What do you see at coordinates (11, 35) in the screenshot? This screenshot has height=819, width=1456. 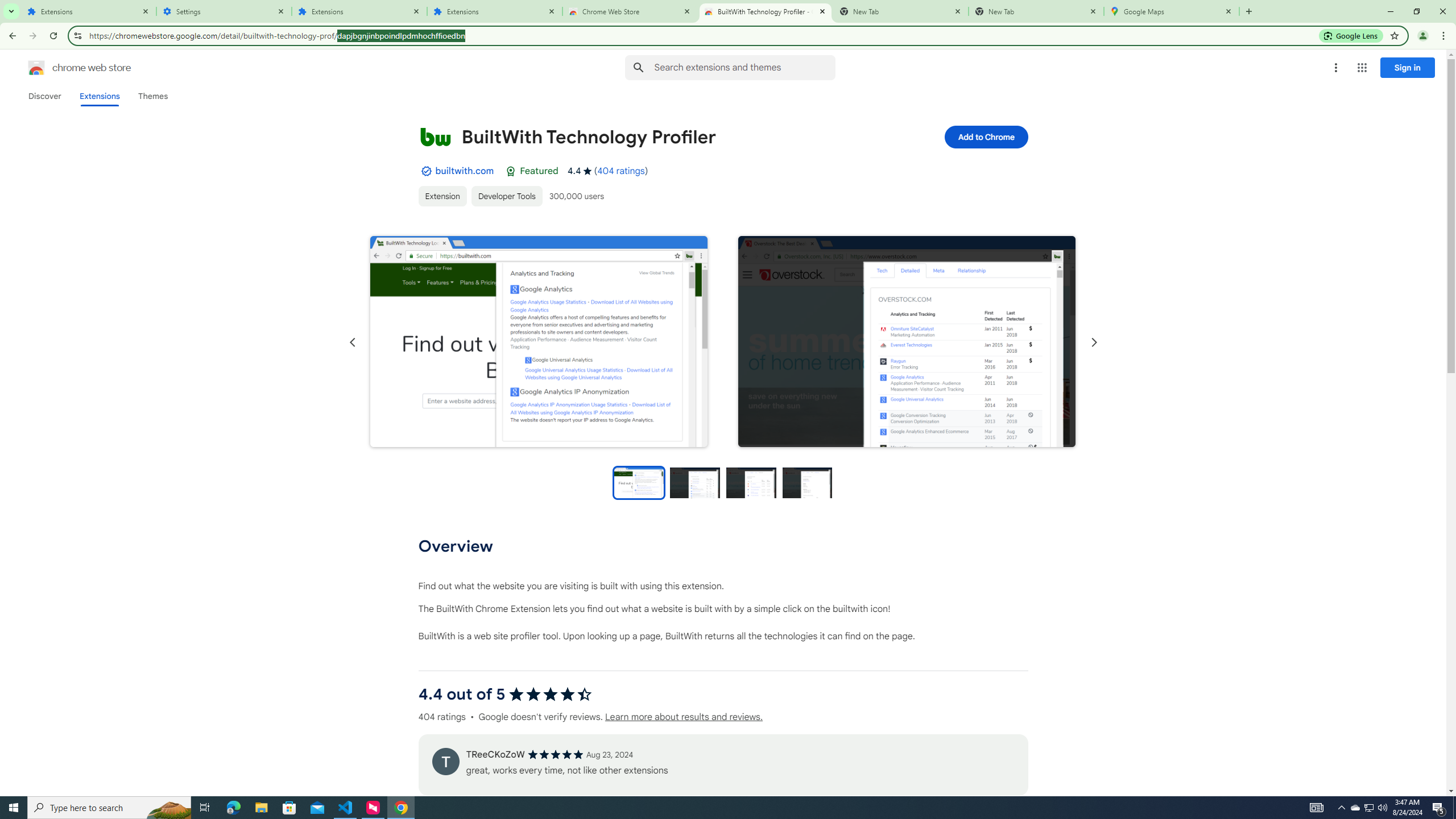 I see `'Back'` at bounding box center [11, 35].